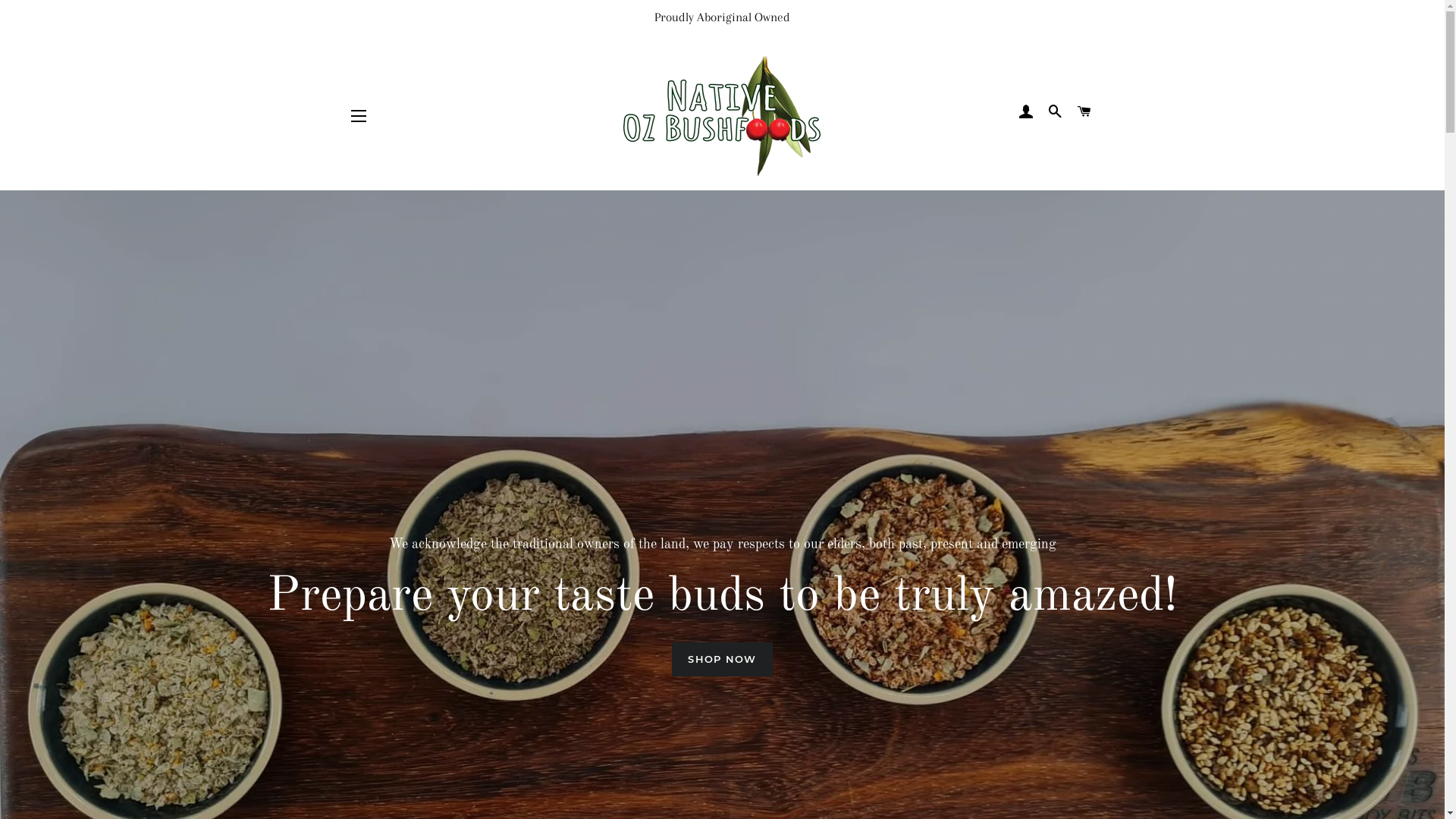 The width and height of the screenshot is (1456, 819). What do you see at coordinates (358, 115) in the screenshot?
I see `'SITE NAVIGATION'` at bounding box center [358, 115].